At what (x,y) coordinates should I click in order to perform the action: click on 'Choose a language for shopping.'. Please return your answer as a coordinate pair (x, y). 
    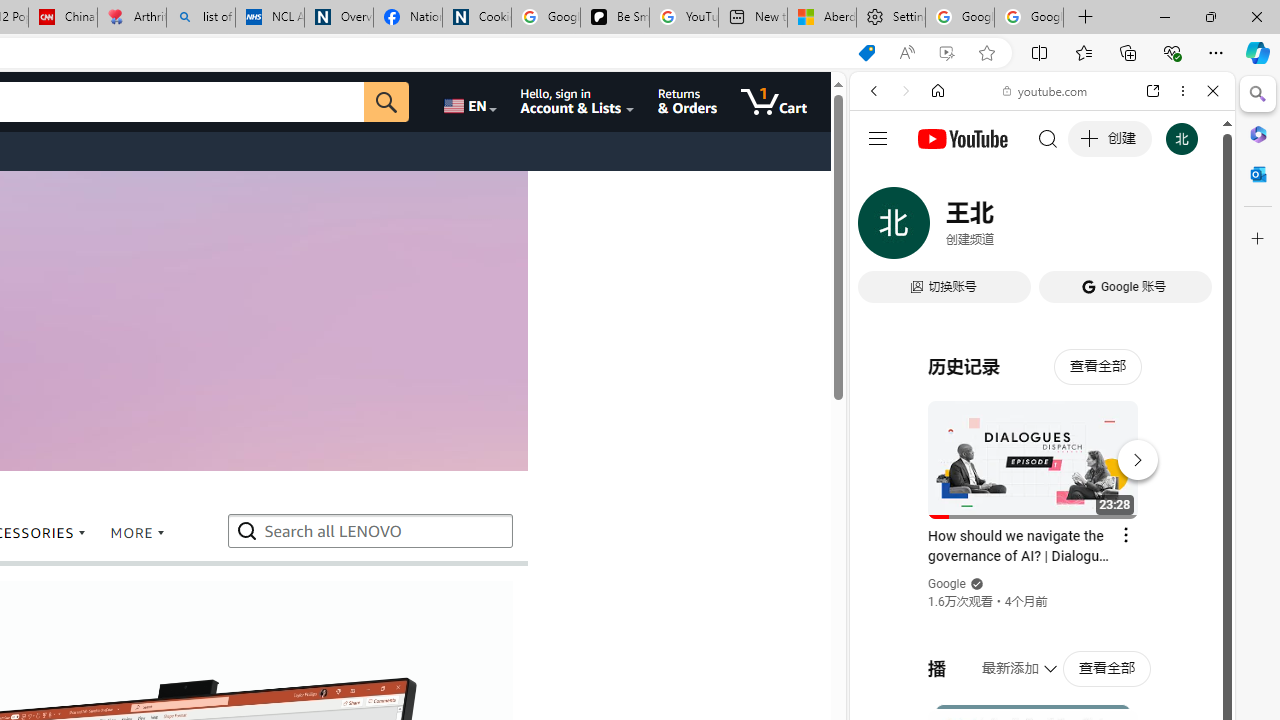
    Looking at the image, I should click on (468, 101).